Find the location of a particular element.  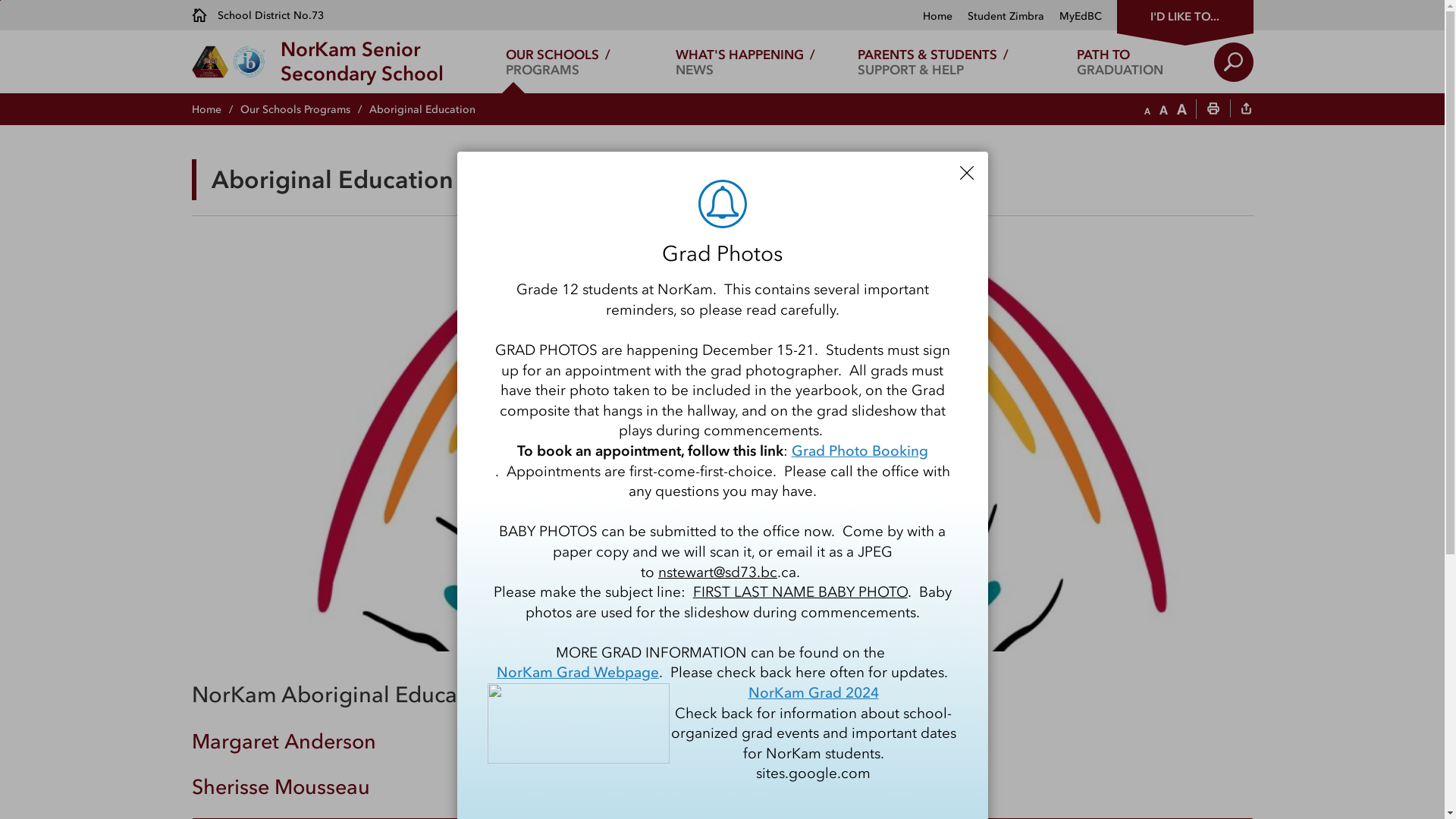

'NorKam Senior Secondary School' is located at coordinates (720, 446).